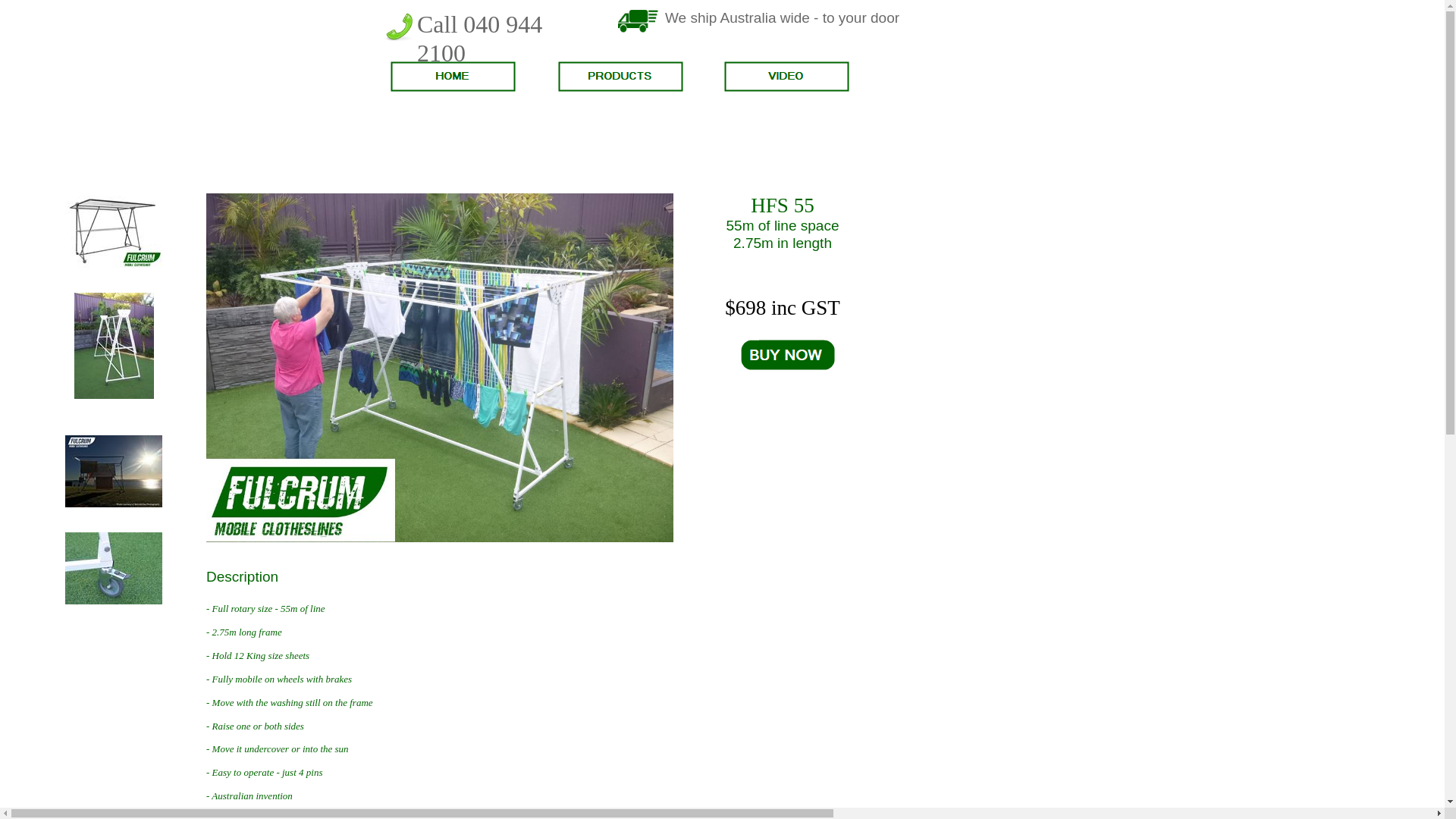  Describe the element at coordinates (112, 600) in the screenshot. I see `'Wheel with brake'` at that location.